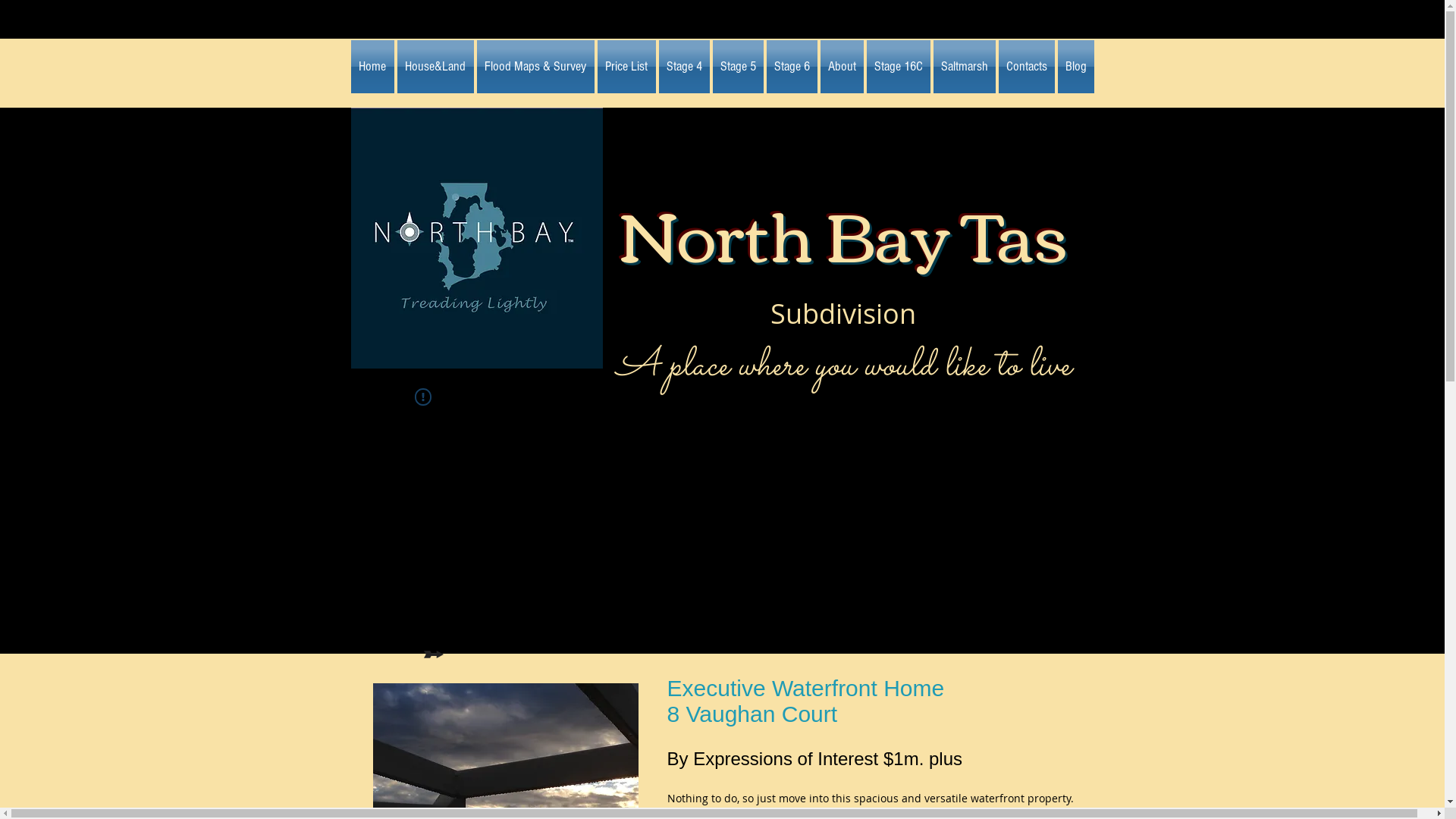 This screenshot has width=1456, height=819. I want to click on 'Stage 5', so click(710, 66).